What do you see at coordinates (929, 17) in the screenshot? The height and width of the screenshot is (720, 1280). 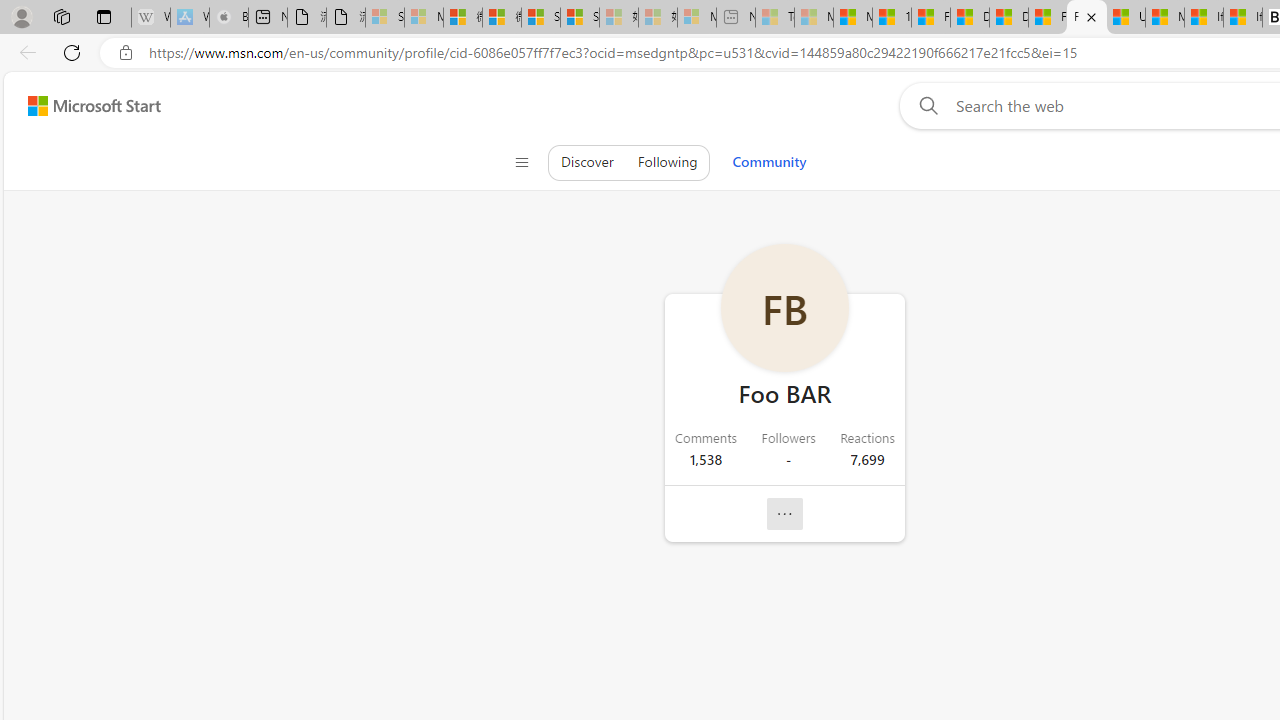 I see `'Food and Drink - MSN'` at bounding box center [929, 17].